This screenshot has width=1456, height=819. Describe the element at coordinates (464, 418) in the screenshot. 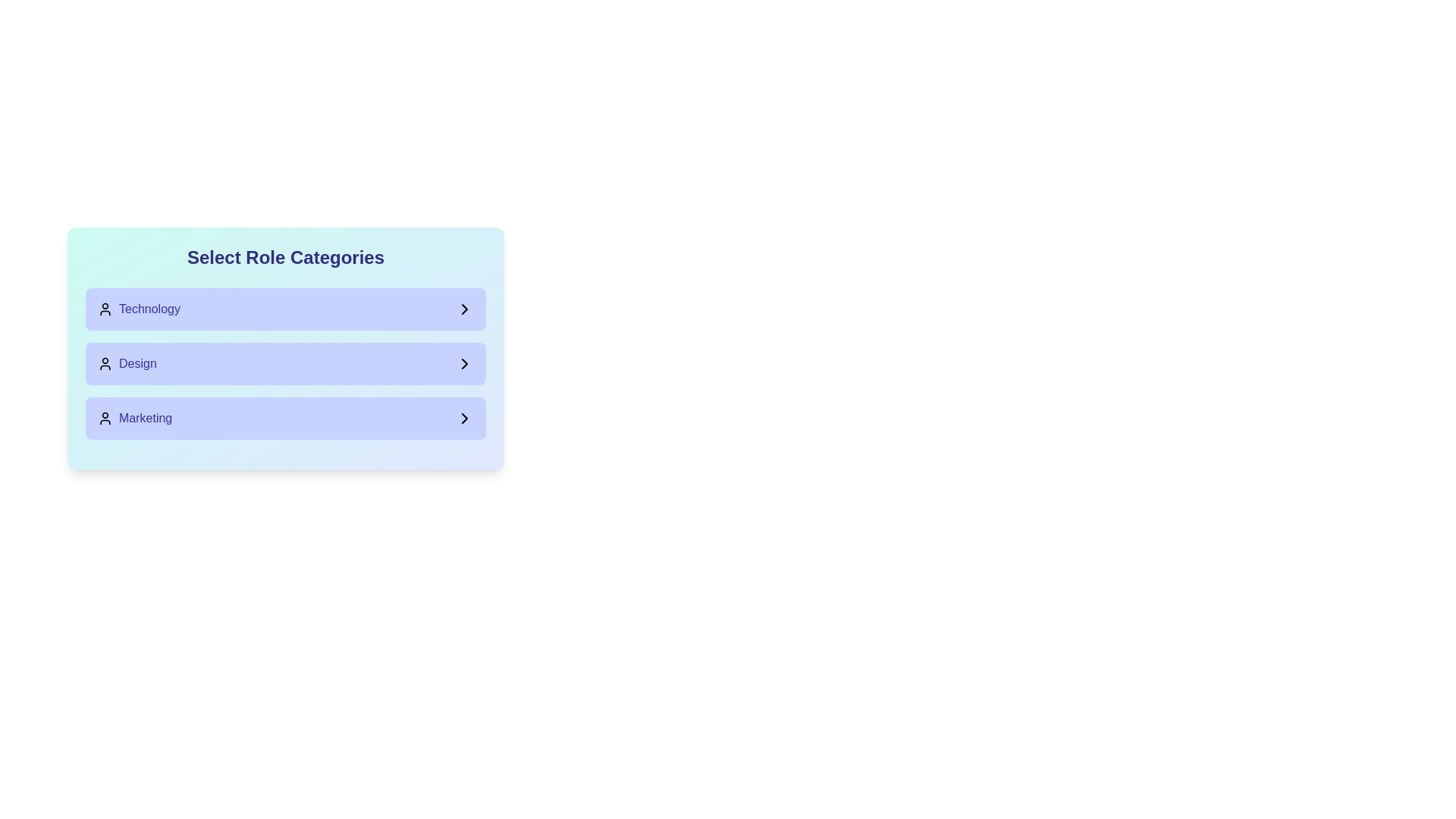

I see `the right-facing chevron arrow icon located at the right end of the 'Marketing' entry in the 'Select Role Categories' list` at that location.